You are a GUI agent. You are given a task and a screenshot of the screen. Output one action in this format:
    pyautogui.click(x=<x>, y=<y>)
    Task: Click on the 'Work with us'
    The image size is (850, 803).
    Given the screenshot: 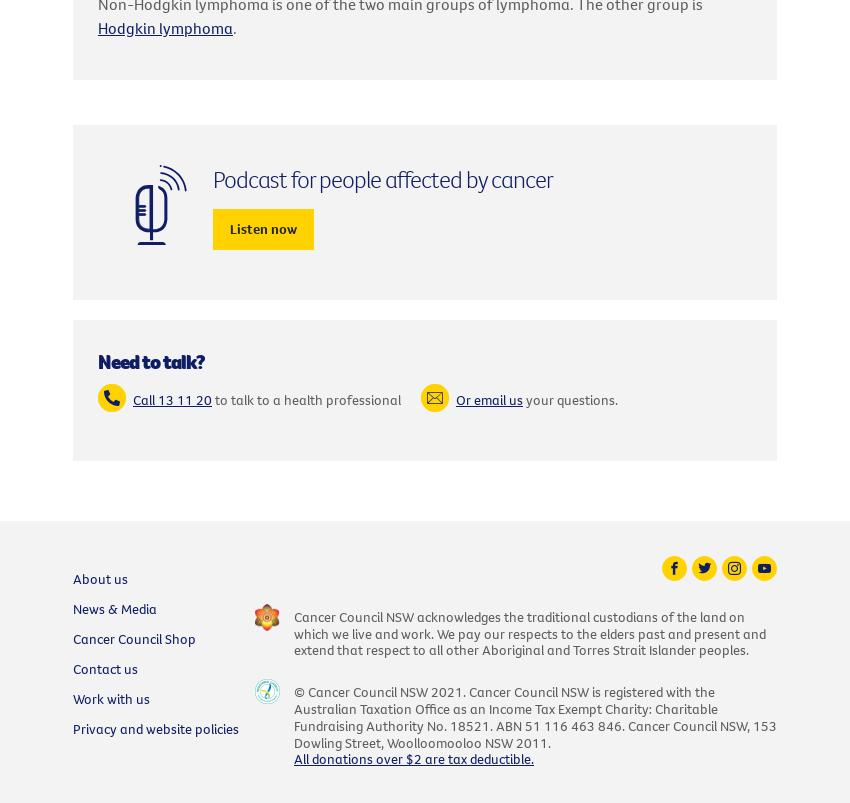 What is the action you would take?
    pyautogui.click(x=110, y=696)
    